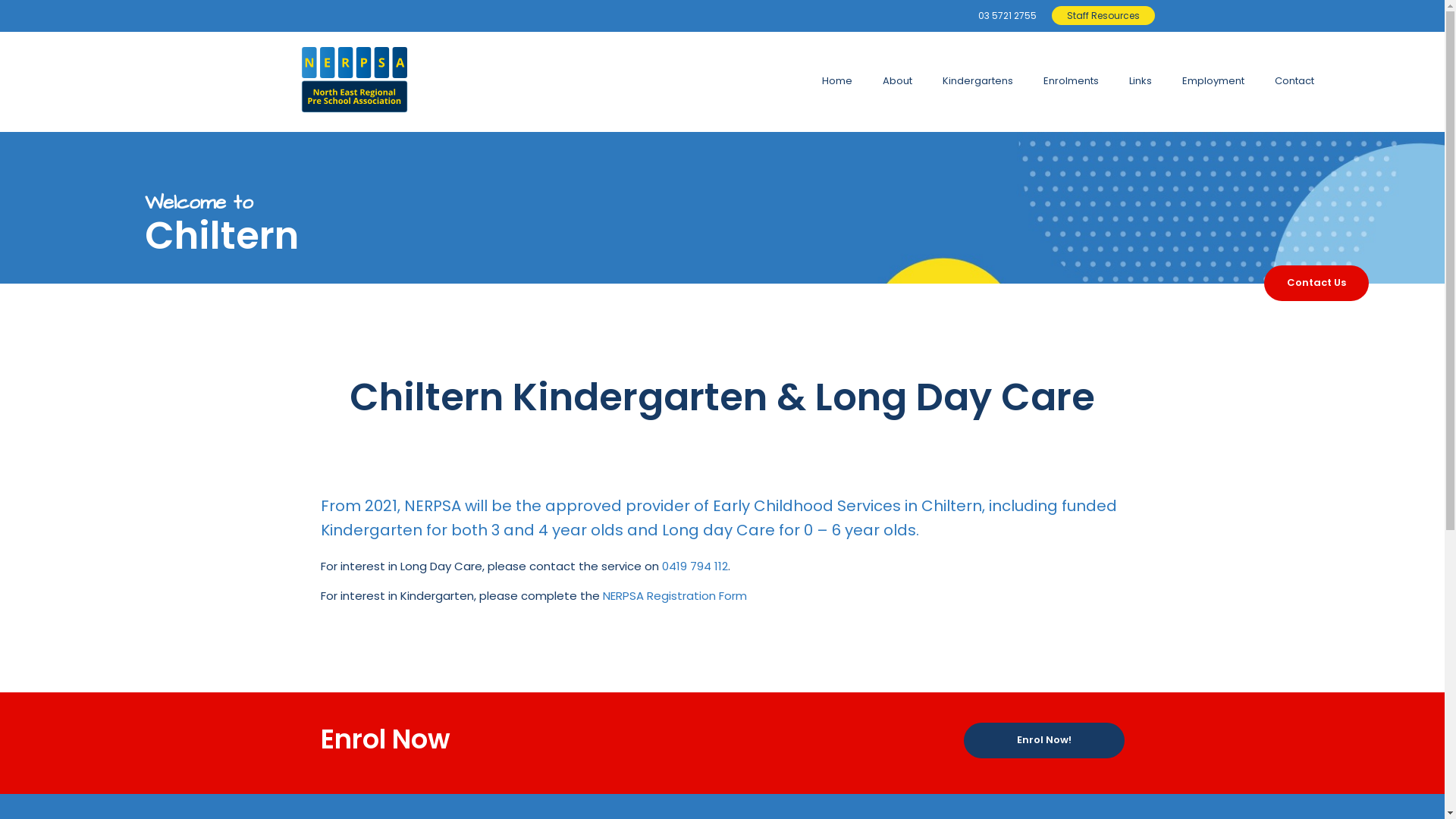  What do you see at coordinates (927, 80) in the screenshot?
I see `'Kindergartens'` at bounding box center [927, 80].